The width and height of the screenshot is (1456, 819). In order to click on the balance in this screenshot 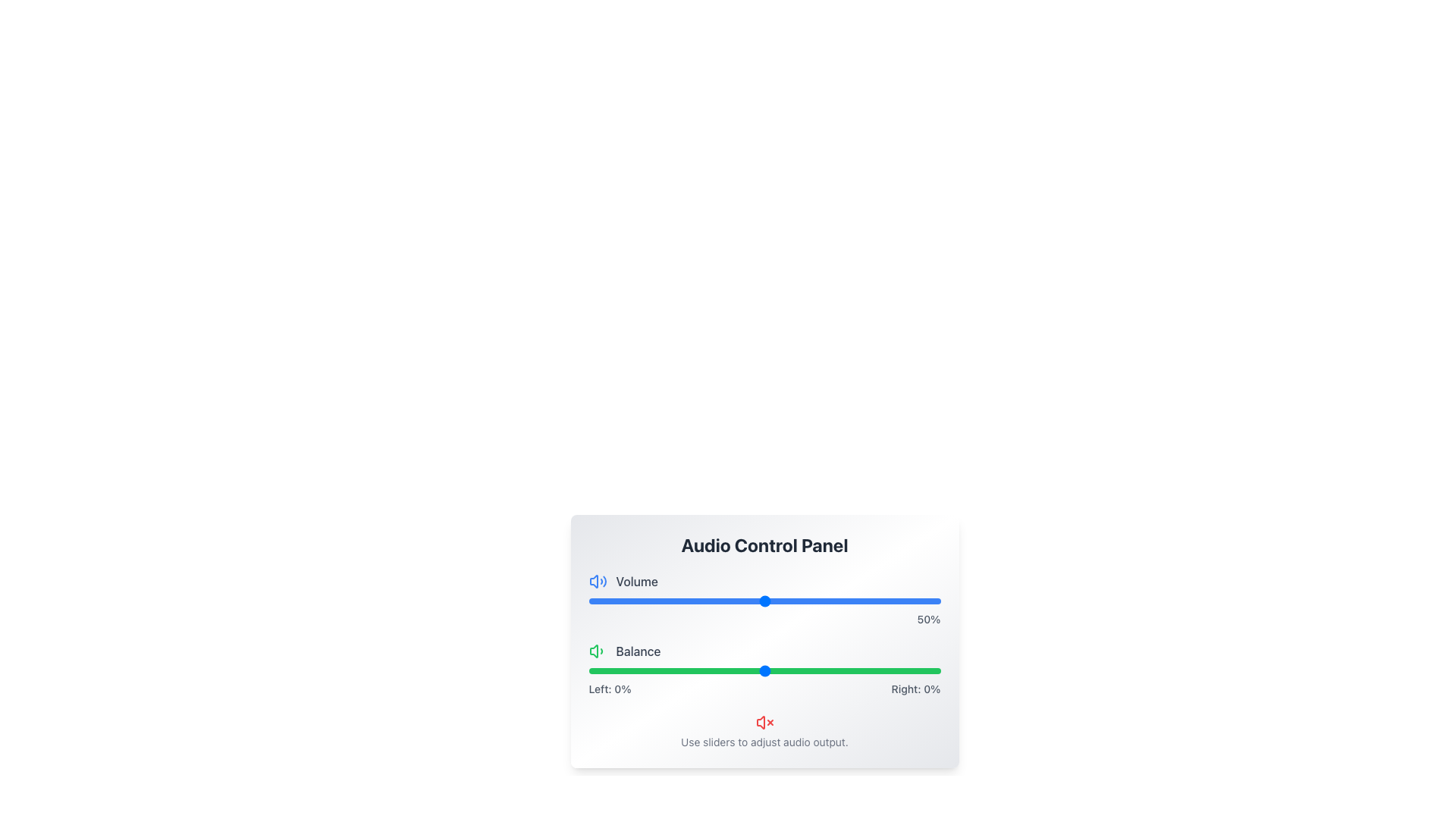, I will do `click(895, 670)`.